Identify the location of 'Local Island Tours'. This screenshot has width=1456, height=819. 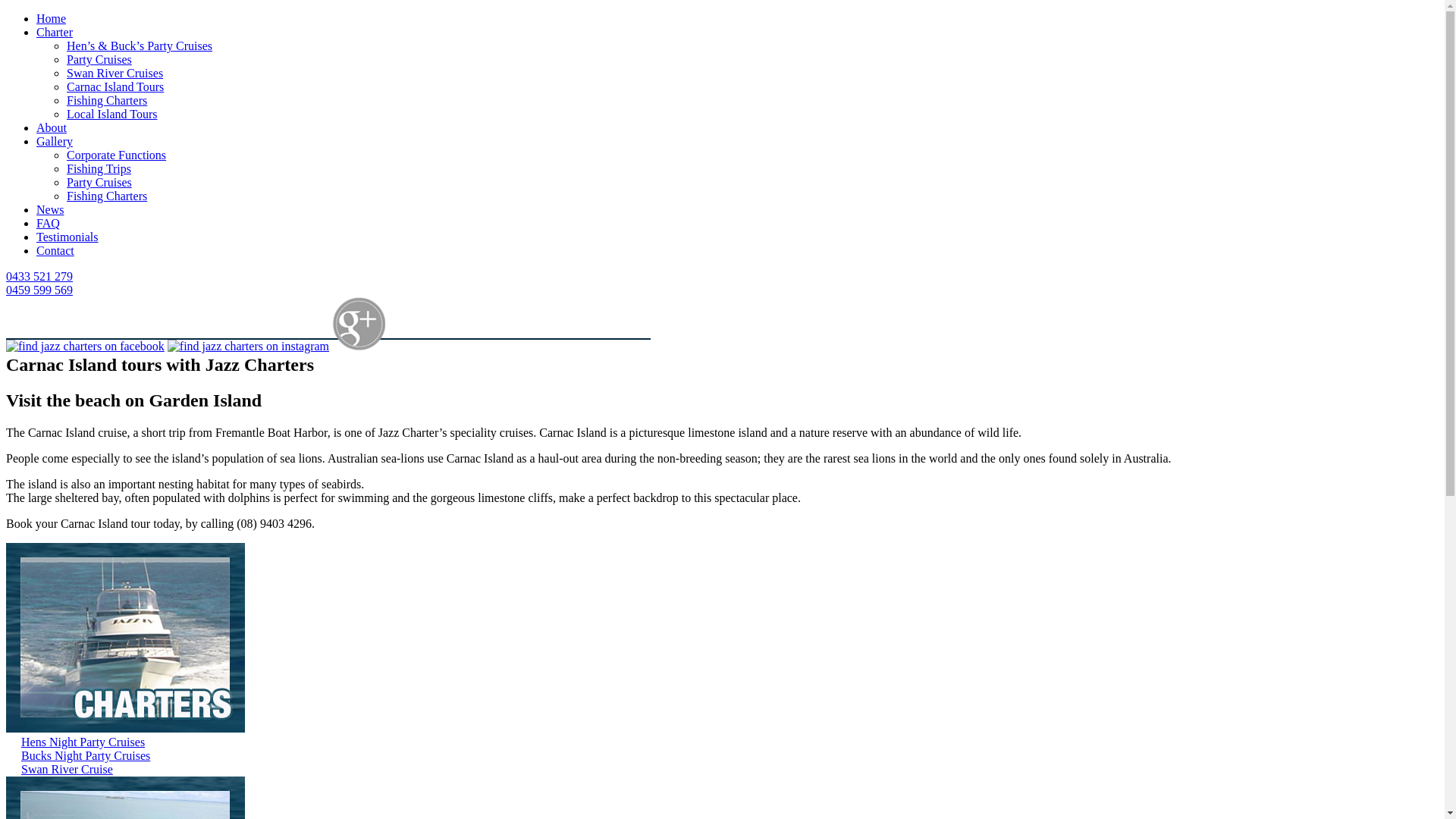
(111, 113).